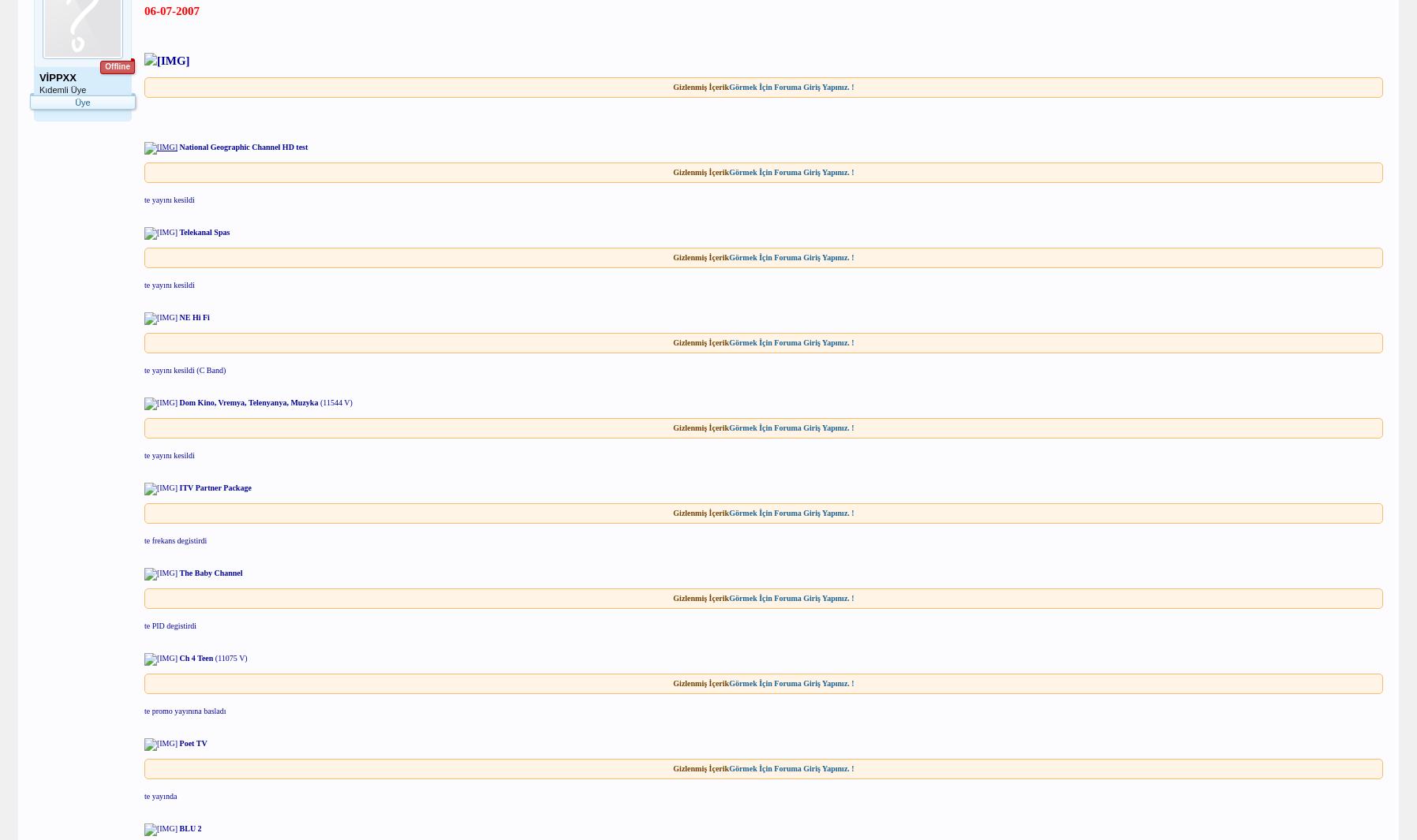 The height and width of the screenshot is (840, 1417). I want to click on 'Mesajlar:', so click(54, 137).